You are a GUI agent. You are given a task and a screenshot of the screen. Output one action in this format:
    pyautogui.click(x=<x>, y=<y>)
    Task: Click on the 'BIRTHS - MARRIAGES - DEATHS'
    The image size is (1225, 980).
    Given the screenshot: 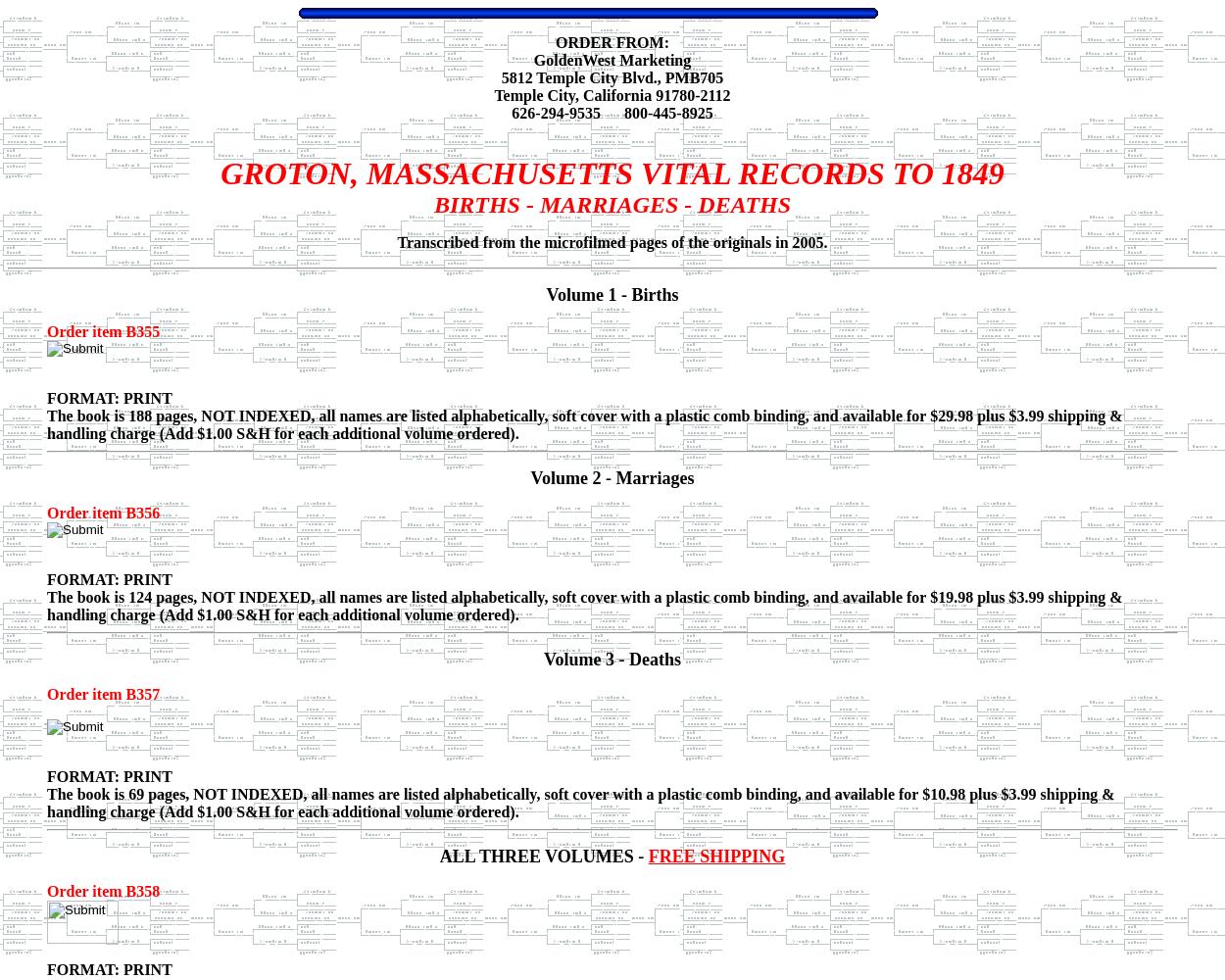 What is the action you would take?
    pyautogui.click(x=432, y=204)
    